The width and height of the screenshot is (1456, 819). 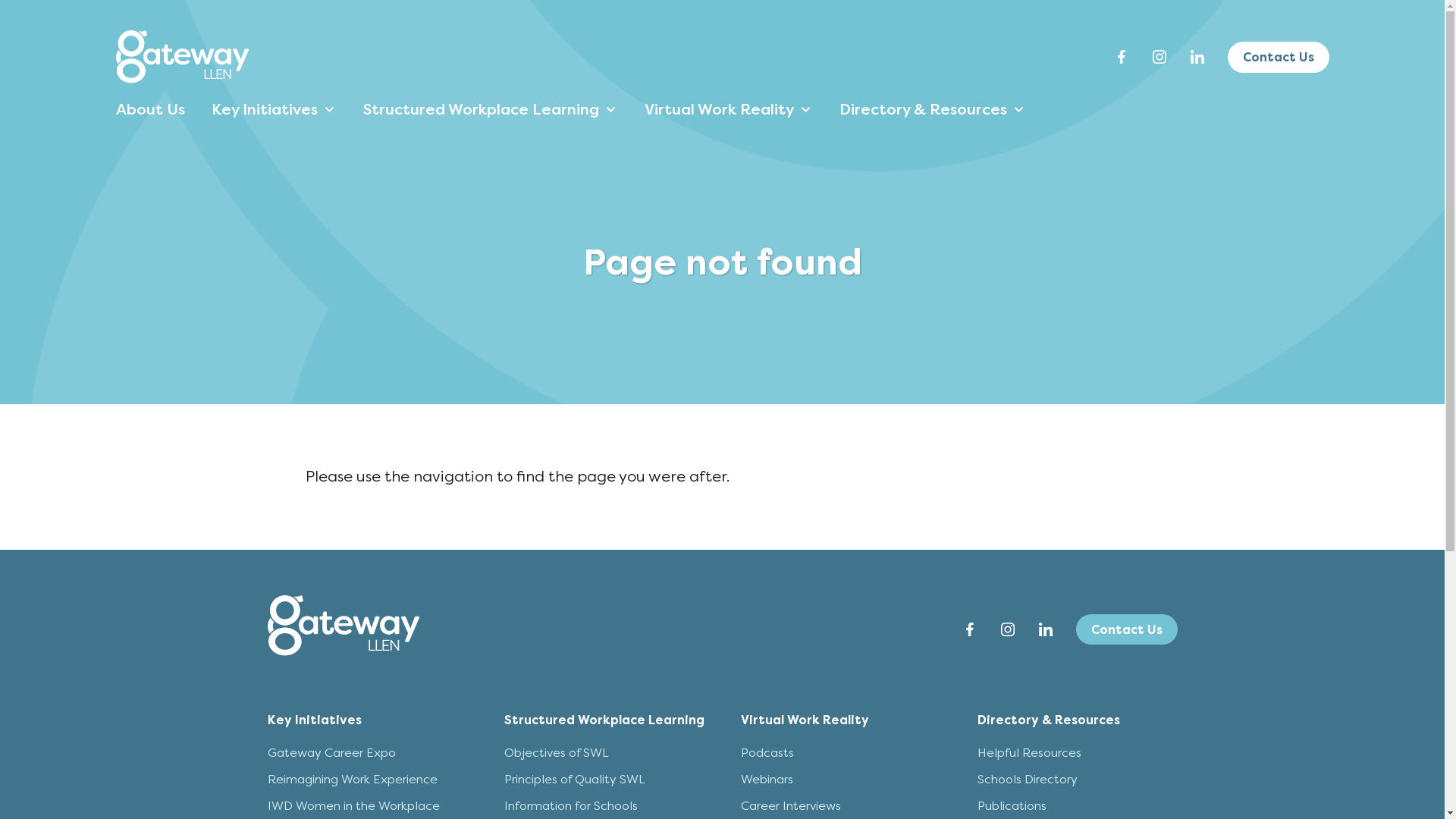 What do you see at coordinates (603, 719) in the screenshot?
I see `'Structured Workplace Learning'` at bounding box center [603, 719].